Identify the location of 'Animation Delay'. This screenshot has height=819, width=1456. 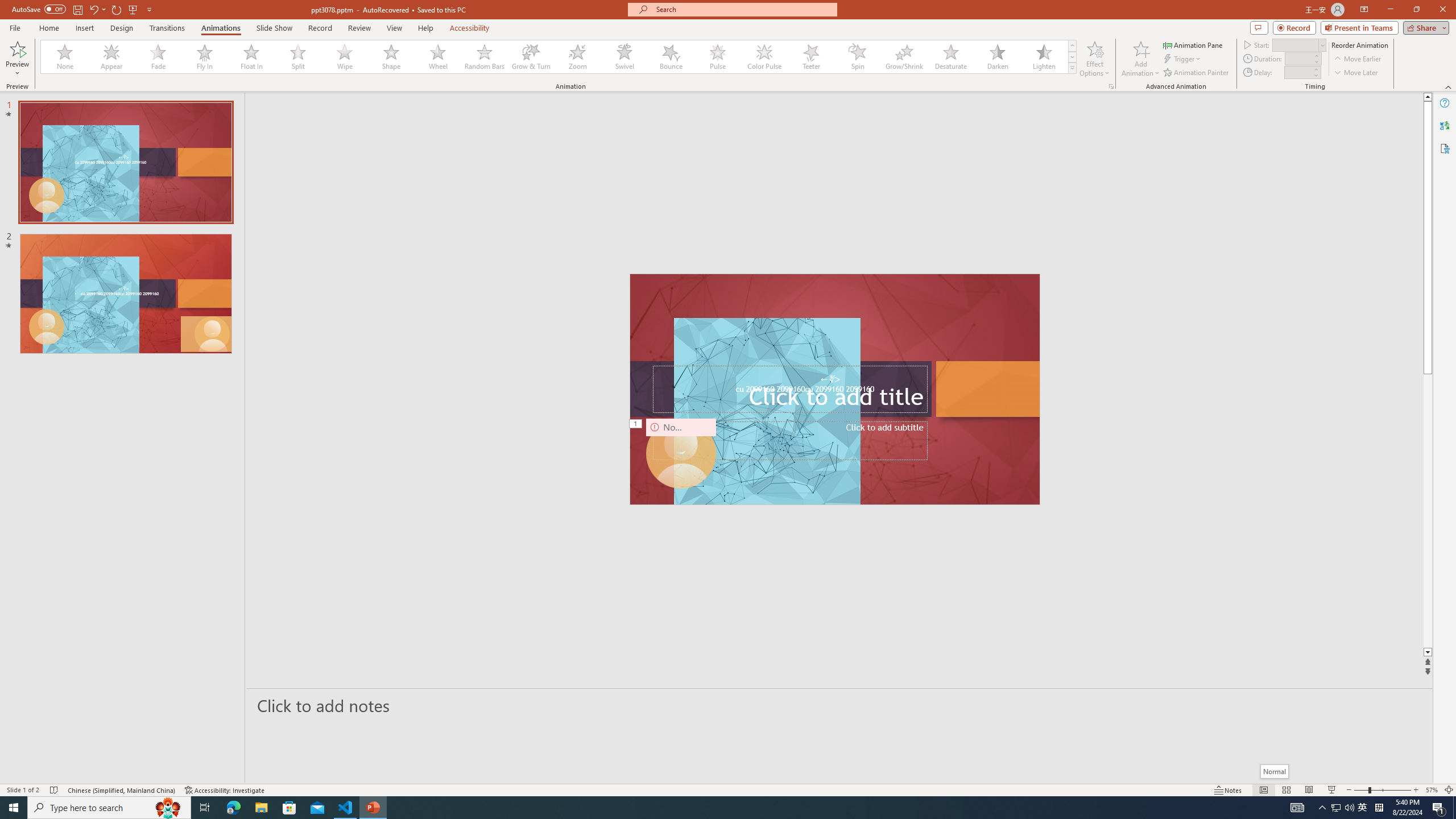
(1296, 72).